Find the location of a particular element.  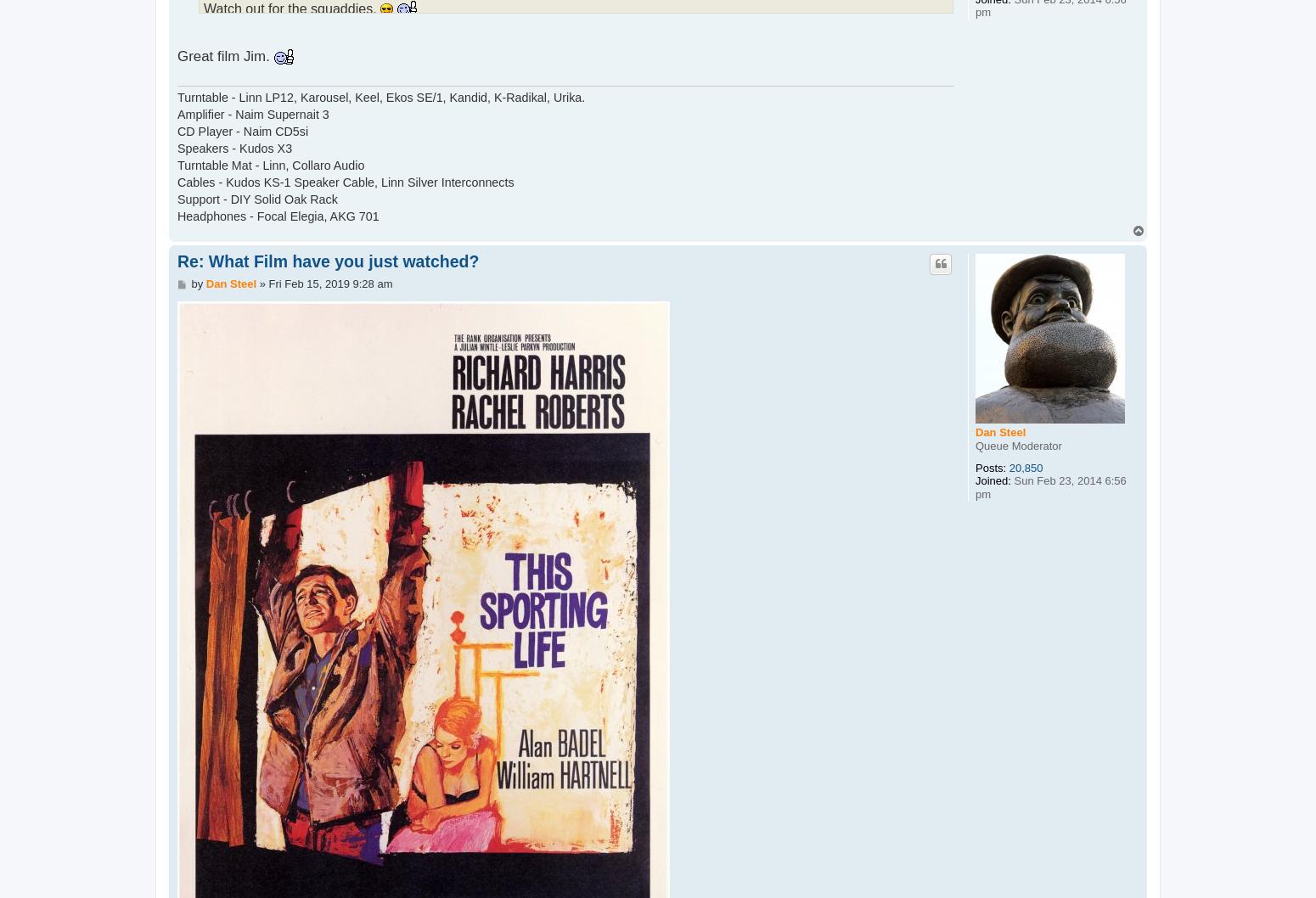

'Queue Moderator' is located at coordinates (1018, 444).